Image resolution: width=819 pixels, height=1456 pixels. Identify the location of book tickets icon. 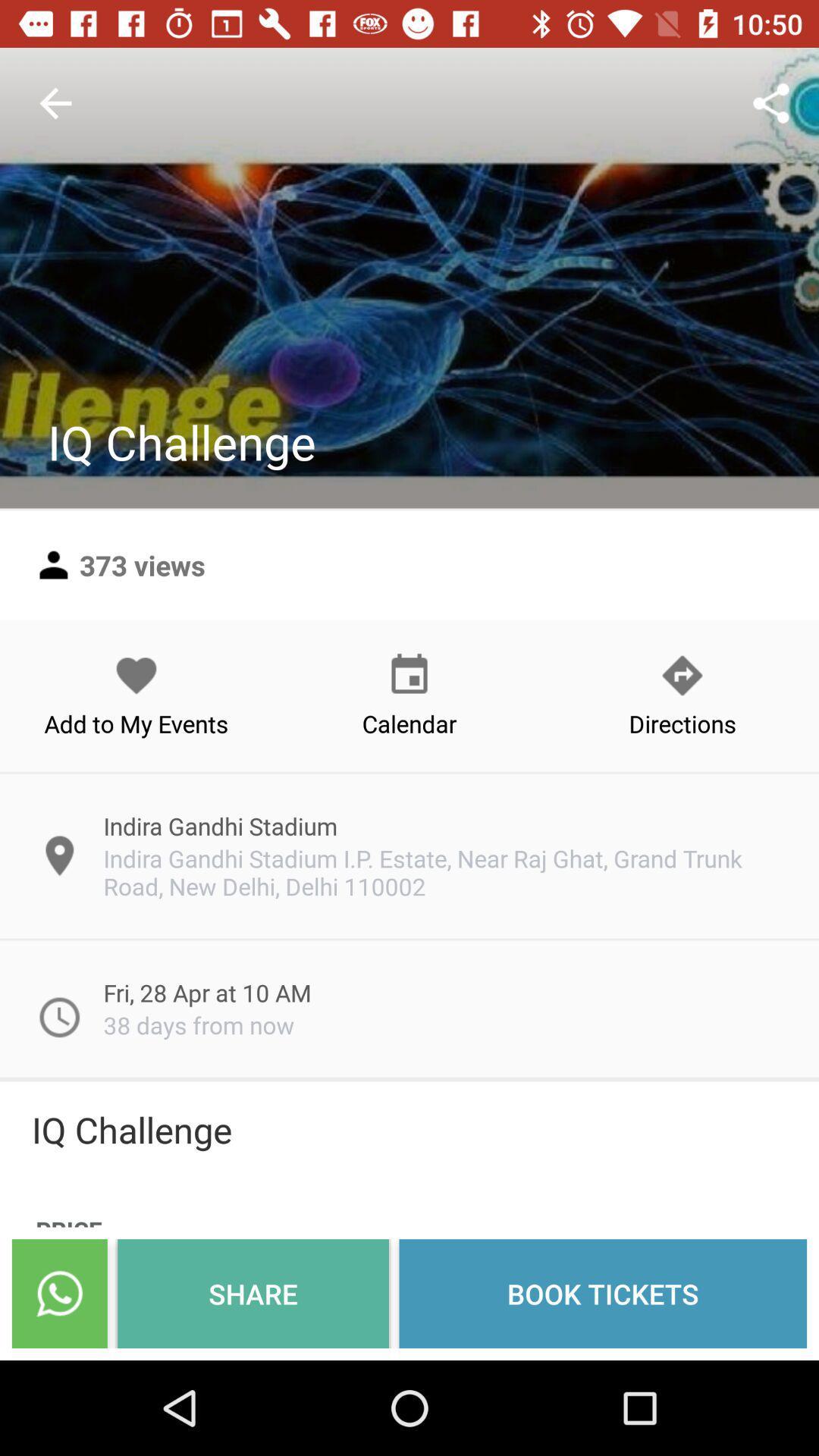
(602, 1293).